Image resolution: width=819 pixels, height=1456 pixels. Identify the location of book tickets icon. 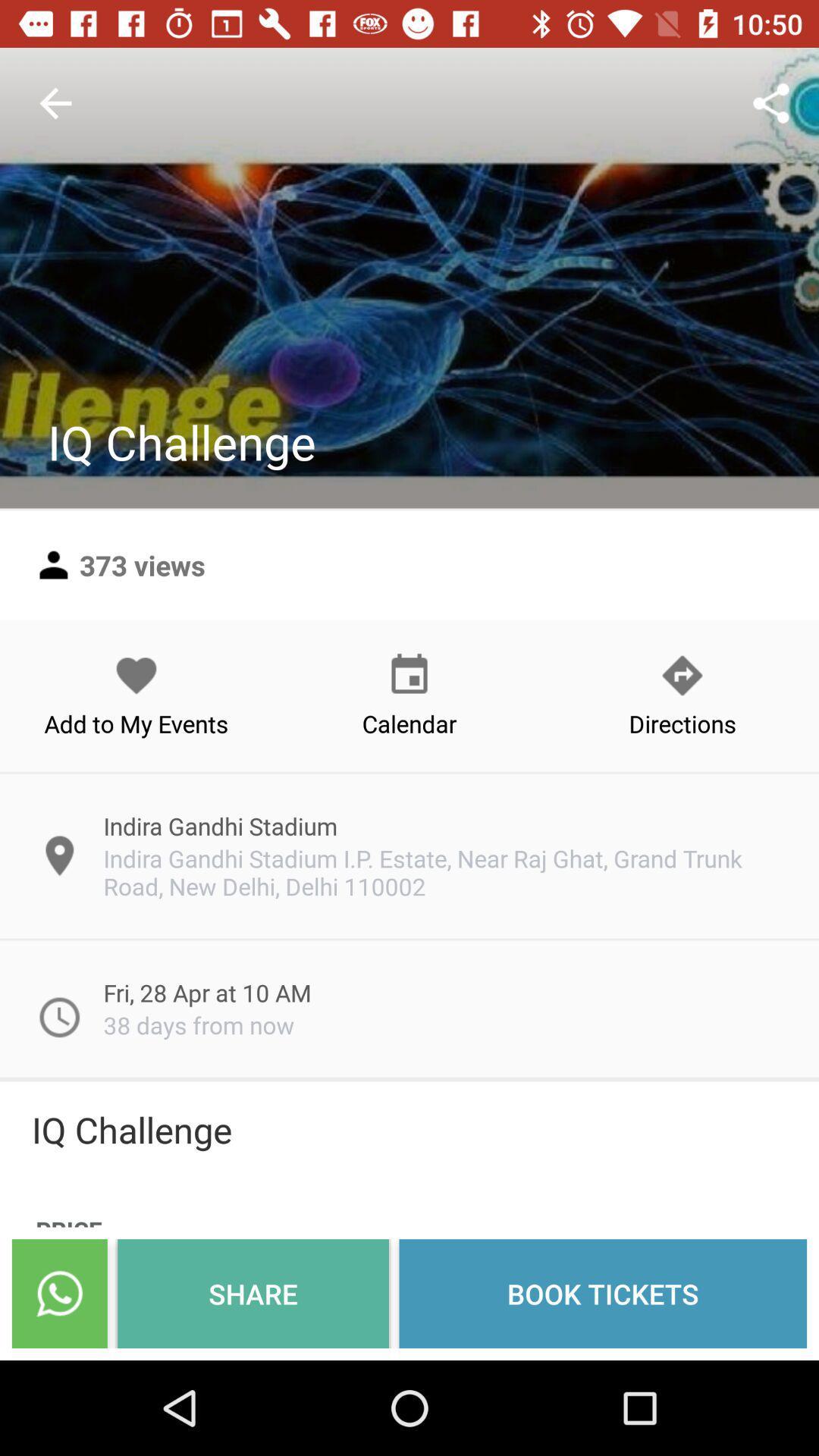
(602, 1293).